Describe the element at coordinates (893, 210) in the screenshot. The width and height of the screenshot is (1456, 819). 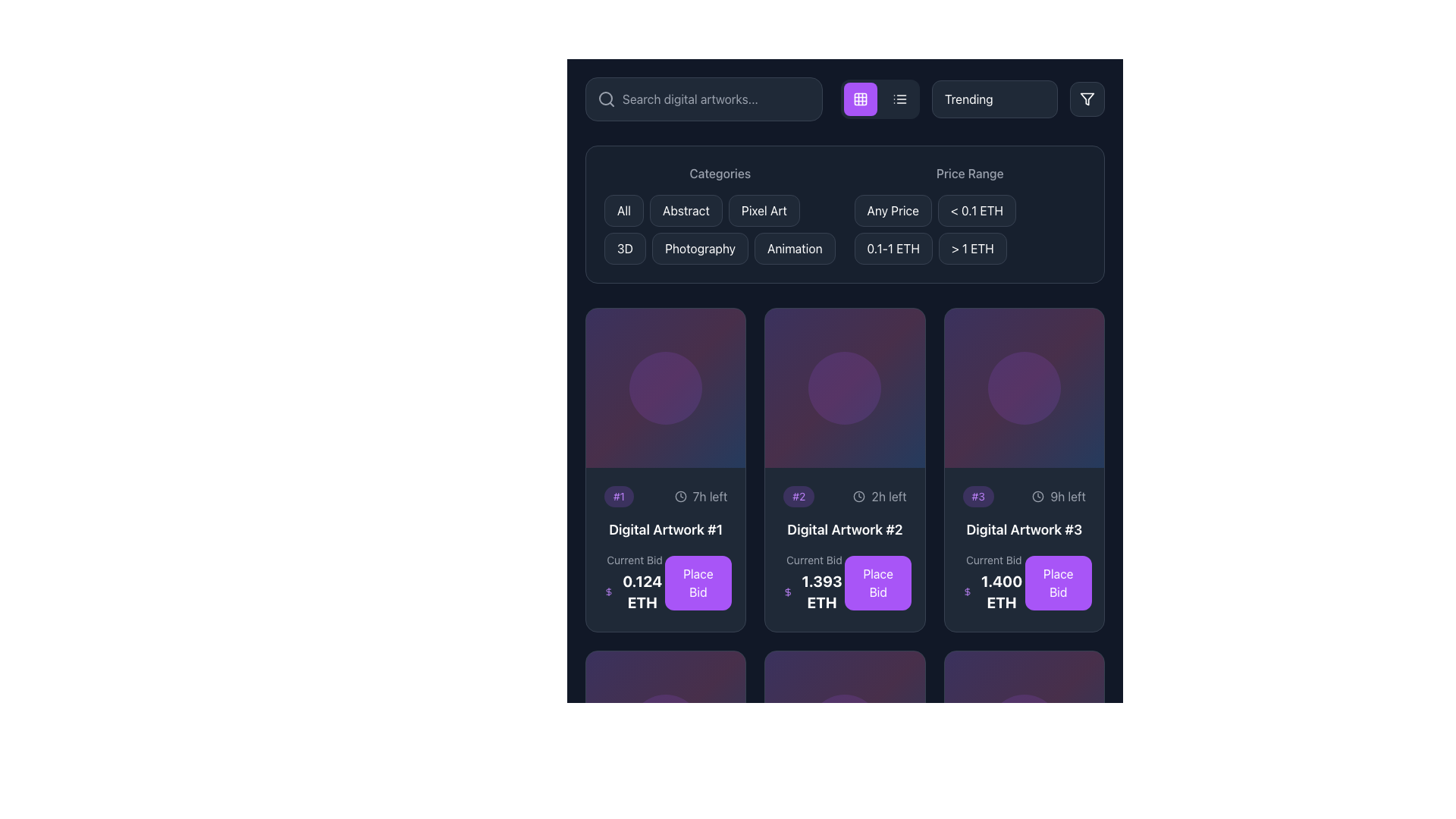
I see `the filter button in the 'Price Range' section` at that location.